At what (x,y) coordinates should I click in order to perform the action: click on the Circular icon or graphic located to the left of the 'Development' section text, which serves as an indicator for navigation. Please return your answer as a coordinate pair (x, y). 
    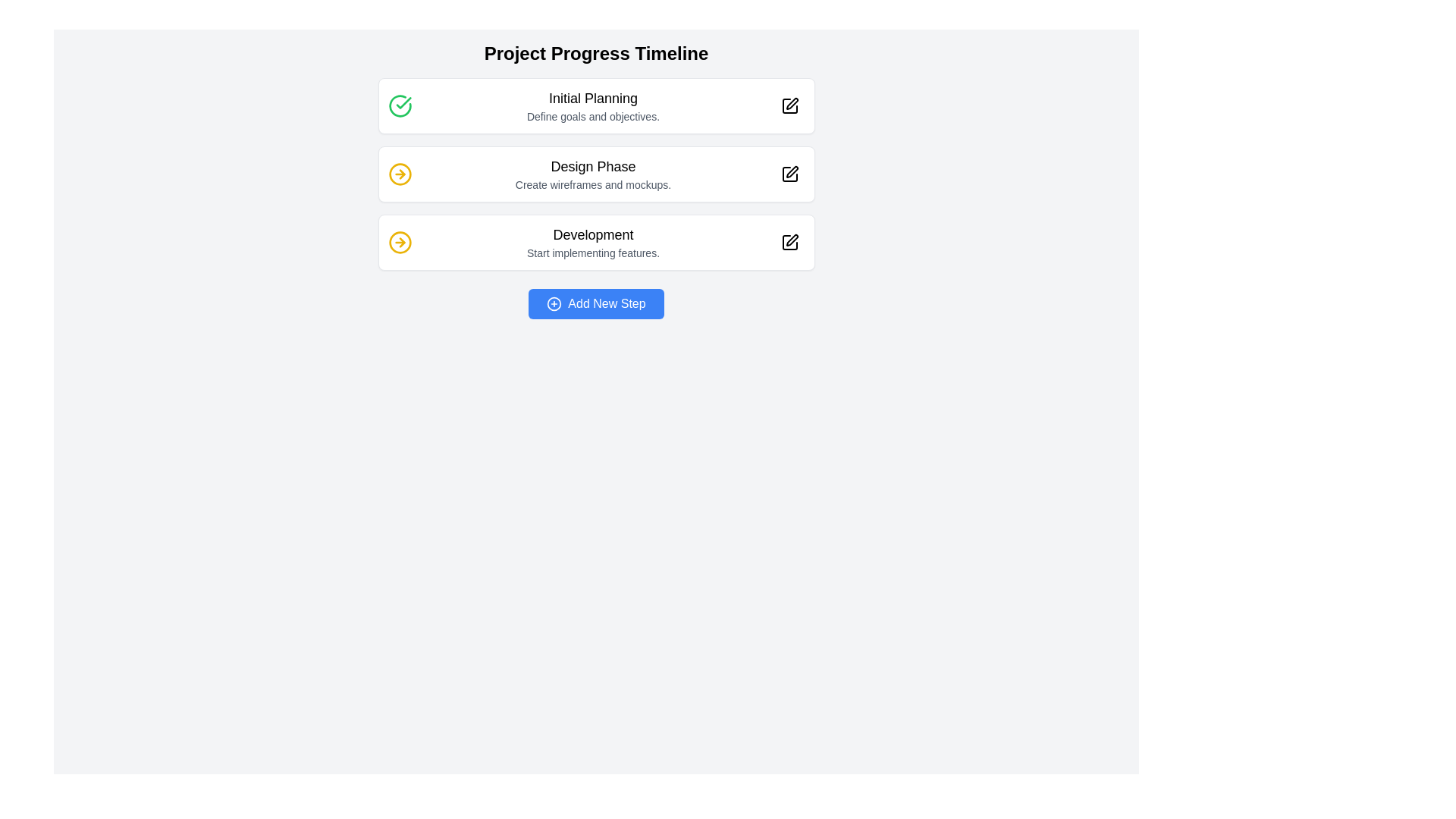
    Looking at the image, I should click on (400, 242).